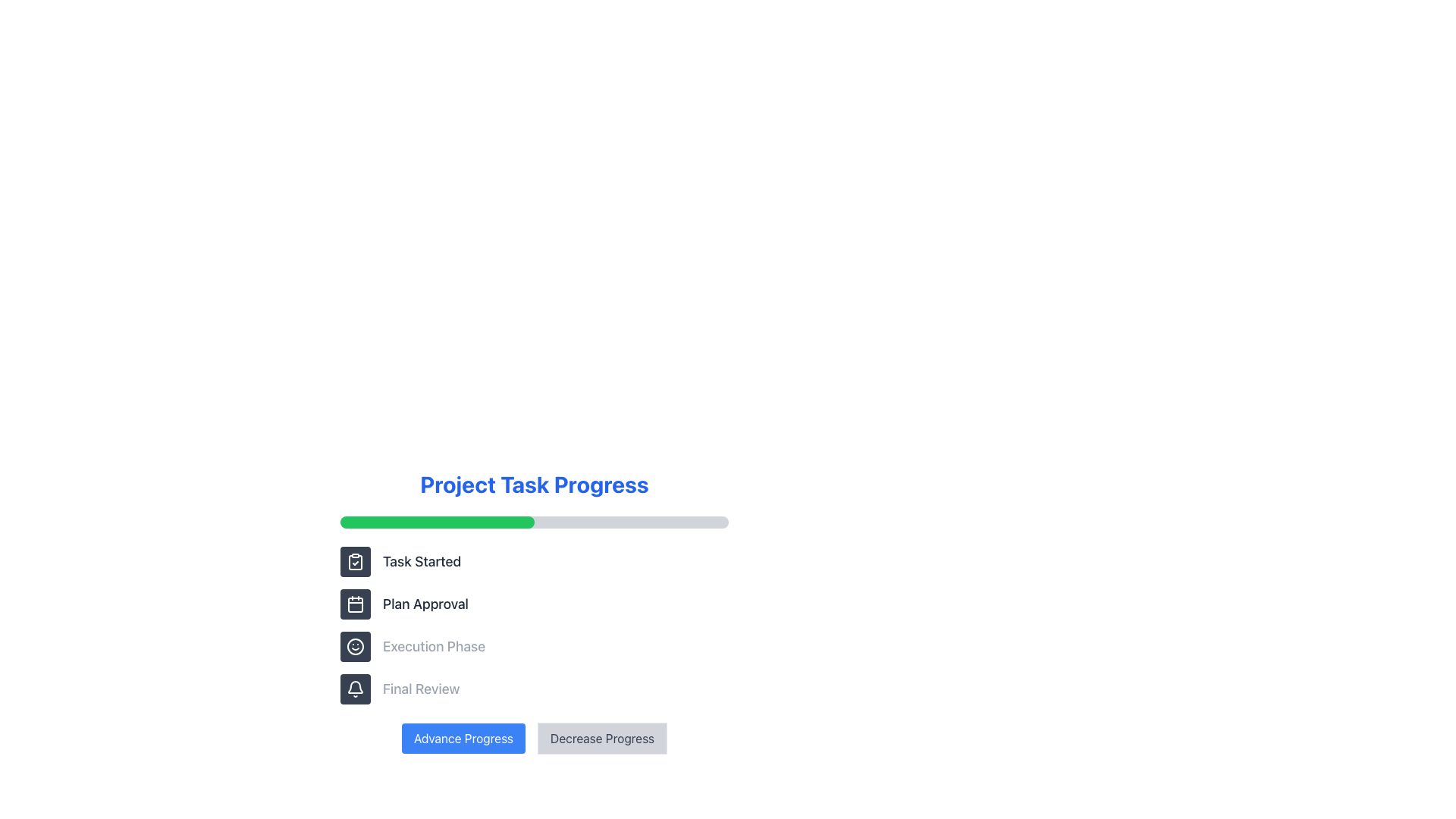  I want to click on the clipboard icon with a checkmark located within a rectangular button styled with a dark gray background and white border, positioned at the upper left of a vertical set of four buttons, so click(355, 561).